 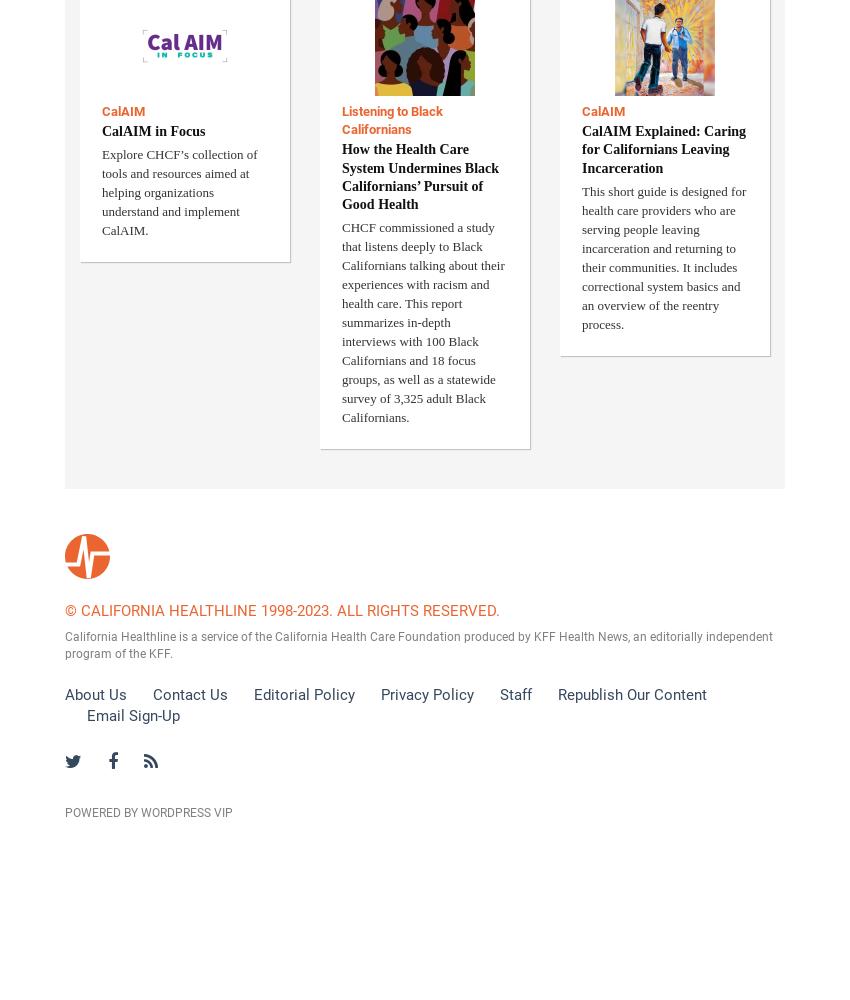 What do you see at coordinates (170, 654) in the screenshot?
I see `'.'` at bounding box center [170, 654].